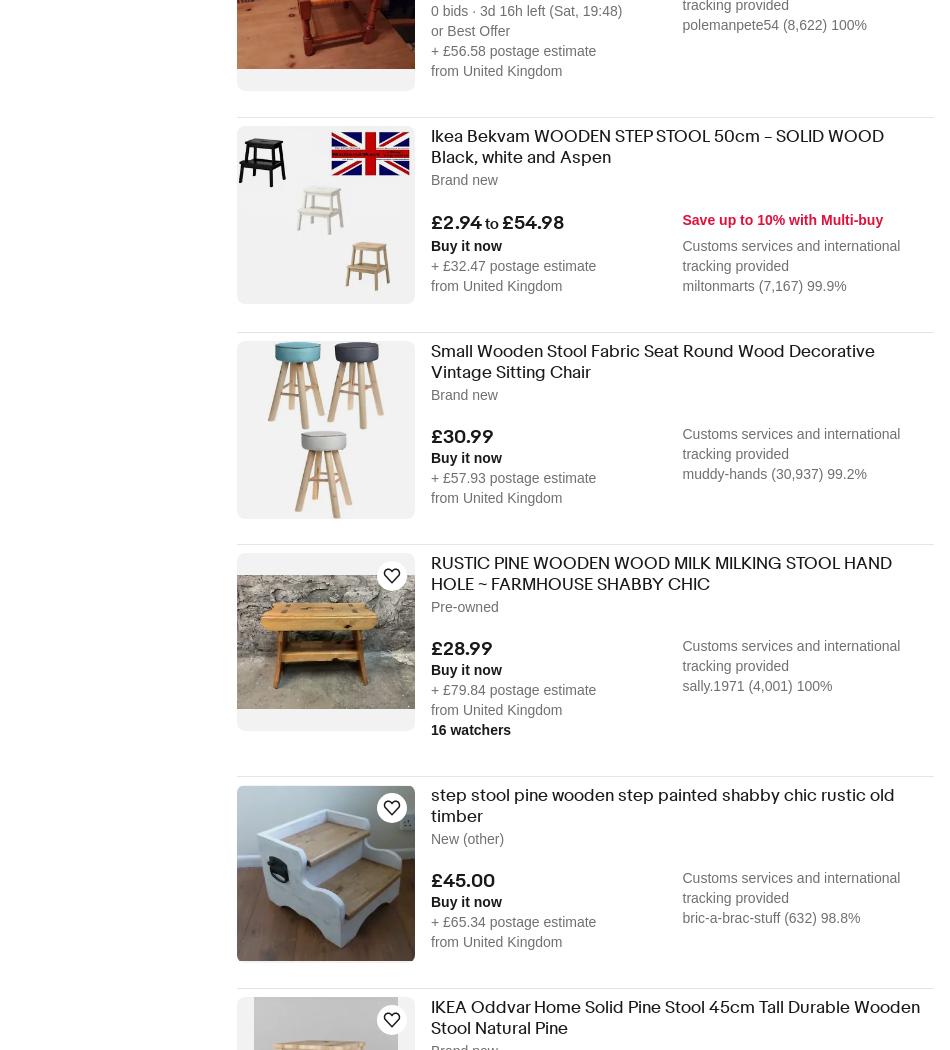 The image size is (950, 1050). Describe the element at coordinates (463, 605) in the screenshot. I see `'Pre-owned'` at that location.